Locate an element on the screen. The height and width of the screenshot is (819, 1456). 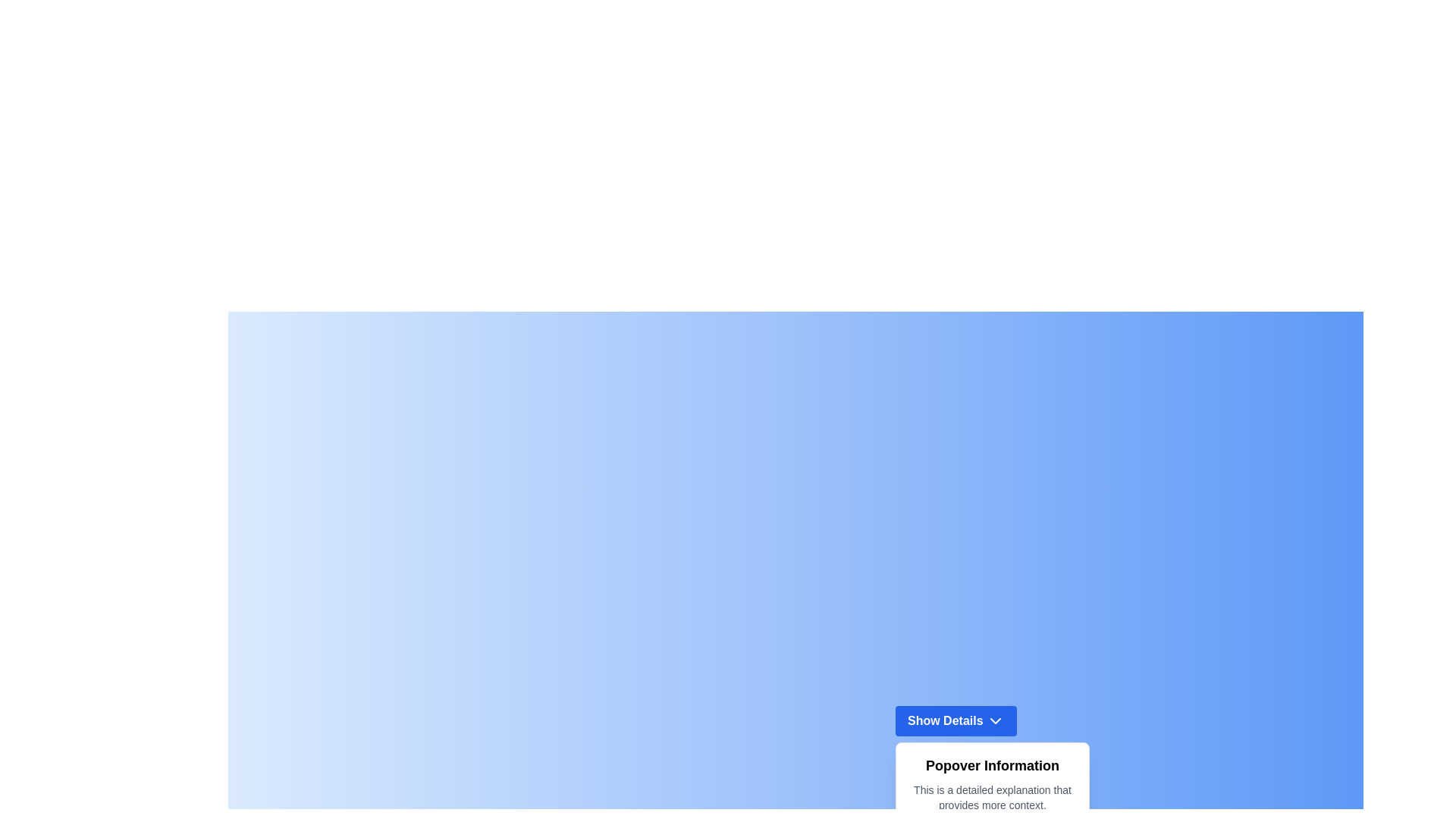
the chevron icon located on the right side of the 'Show Details' button, which reveals additional information when clicked is located at coordinates (996, 720).